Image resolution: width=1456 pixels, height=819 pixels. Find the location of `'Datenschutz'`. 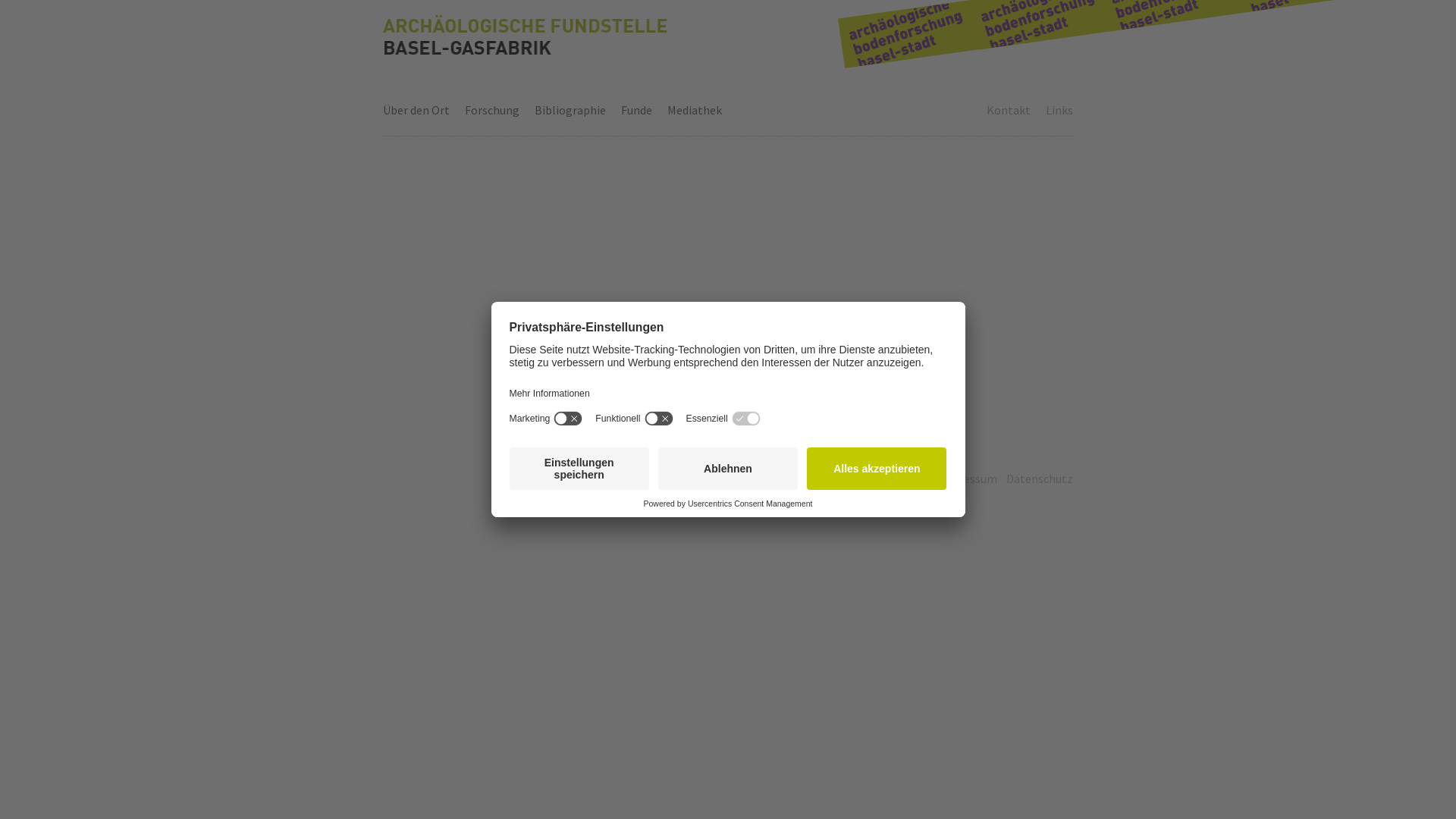

'Datenschutz' is located at coordinates (1039, 479).